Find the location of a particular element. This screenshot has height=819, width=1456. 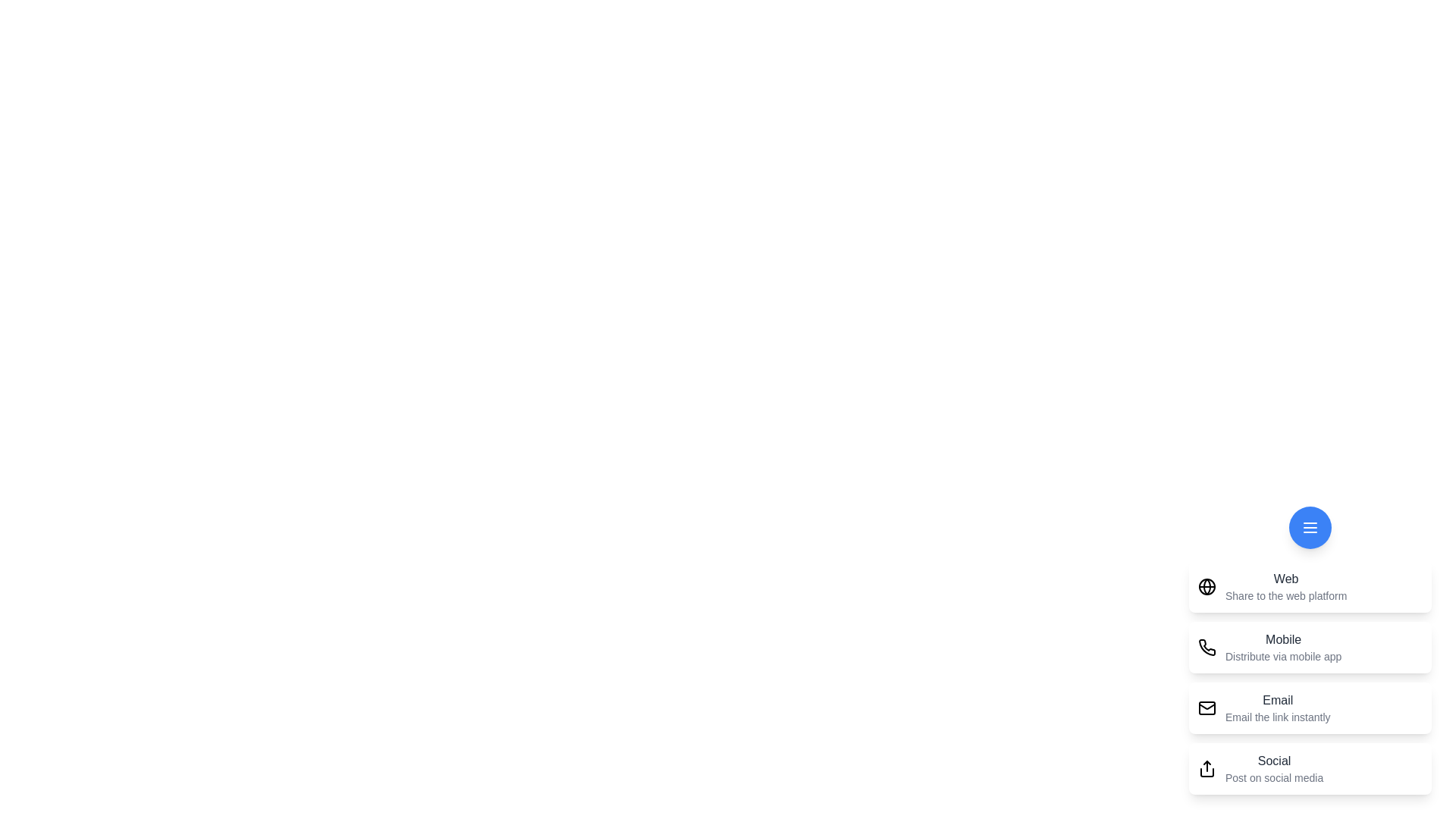

the sharing option Email from the menu is located at coordinates (1310, 708).